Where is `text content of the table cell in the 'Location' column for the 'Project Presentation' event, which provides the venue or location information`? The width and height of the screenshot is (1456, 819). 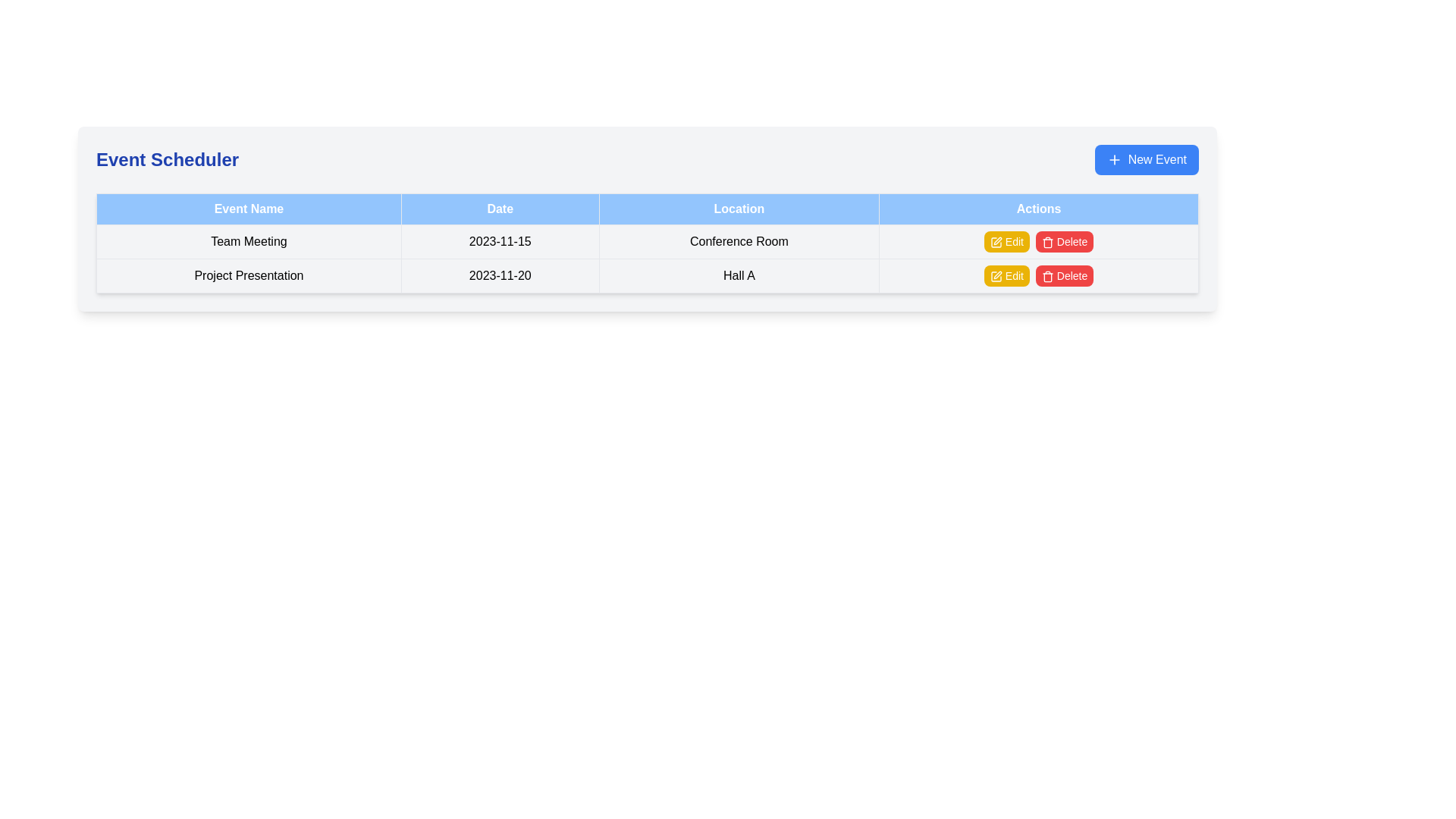
text content of the table cell in the 'Location' column for the 'Project Presentation' event, which provides the venue or location information is located at coordinates (739, 275).